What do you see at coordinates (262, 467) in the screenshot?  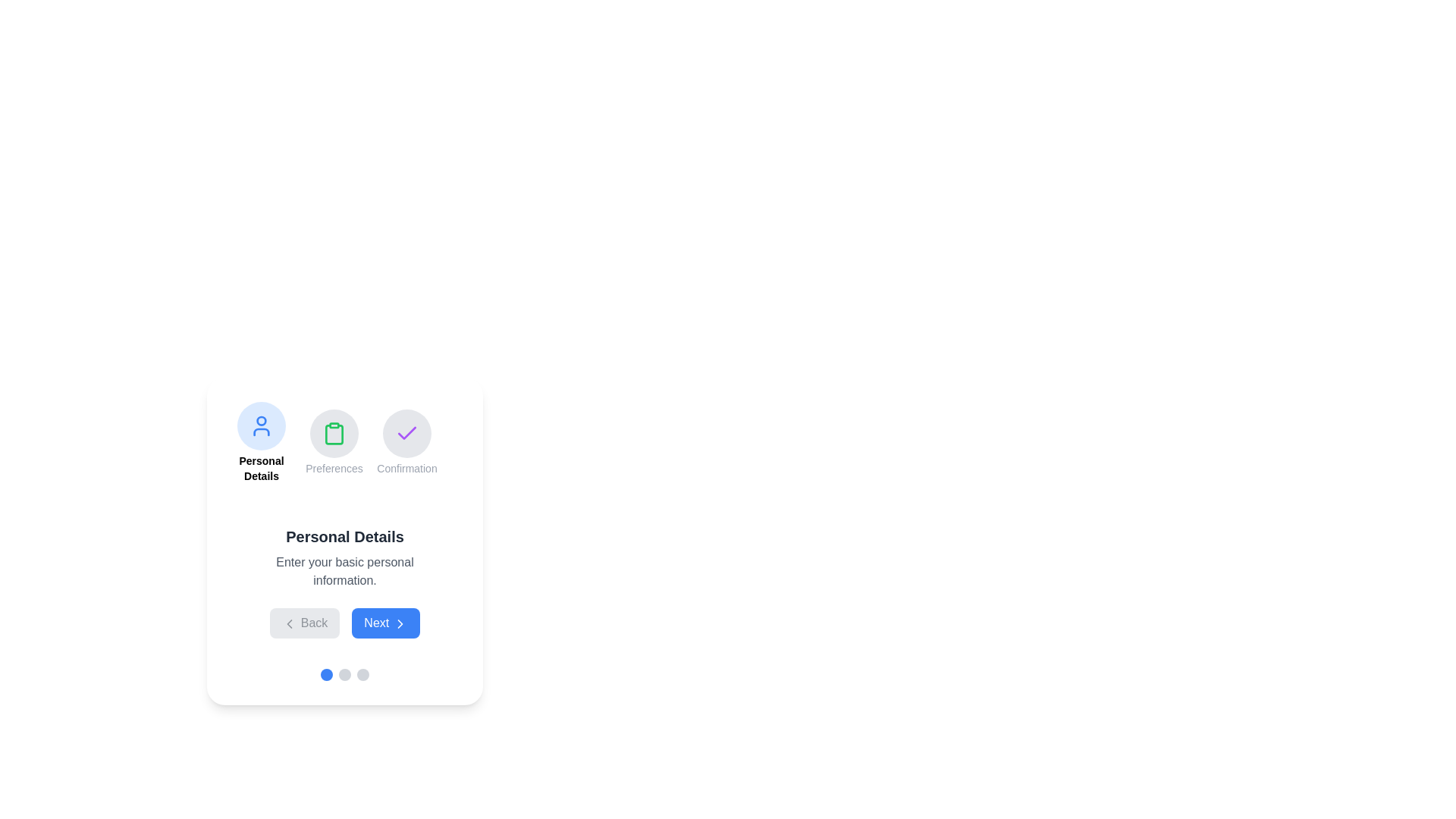 I see `the static text label that indicates the current step for personal details in a multi-step form, positioned below the user icon and at the bottom of its vertical stack` at bounding box center [262, 467].